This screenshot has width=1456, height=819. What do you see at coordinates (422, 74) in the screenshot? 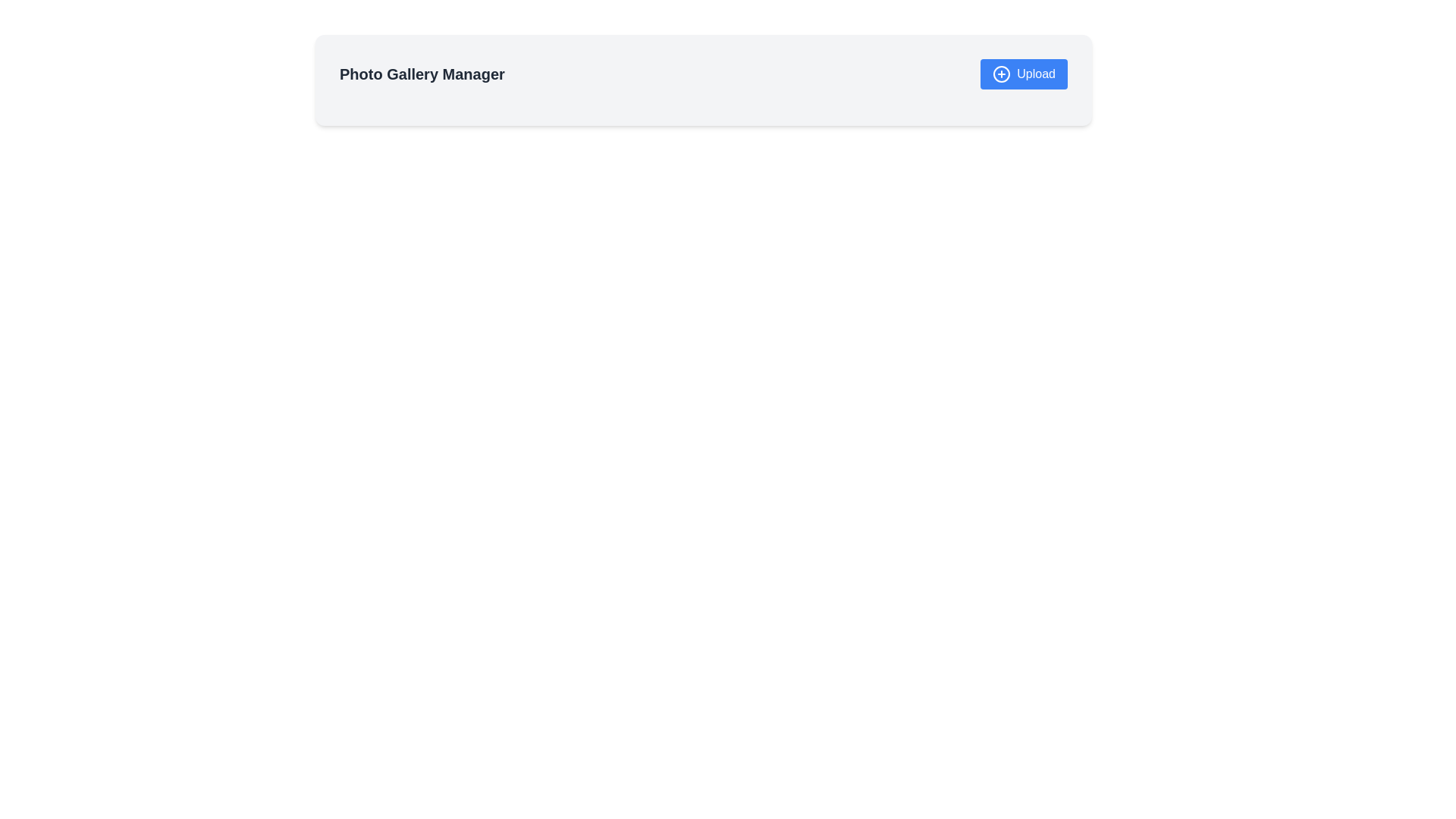
I see `the text label displaying 'Photo Gallery Manager' which is bold and dark gray, located on the left side of the header` at bounding box center [422, 74].